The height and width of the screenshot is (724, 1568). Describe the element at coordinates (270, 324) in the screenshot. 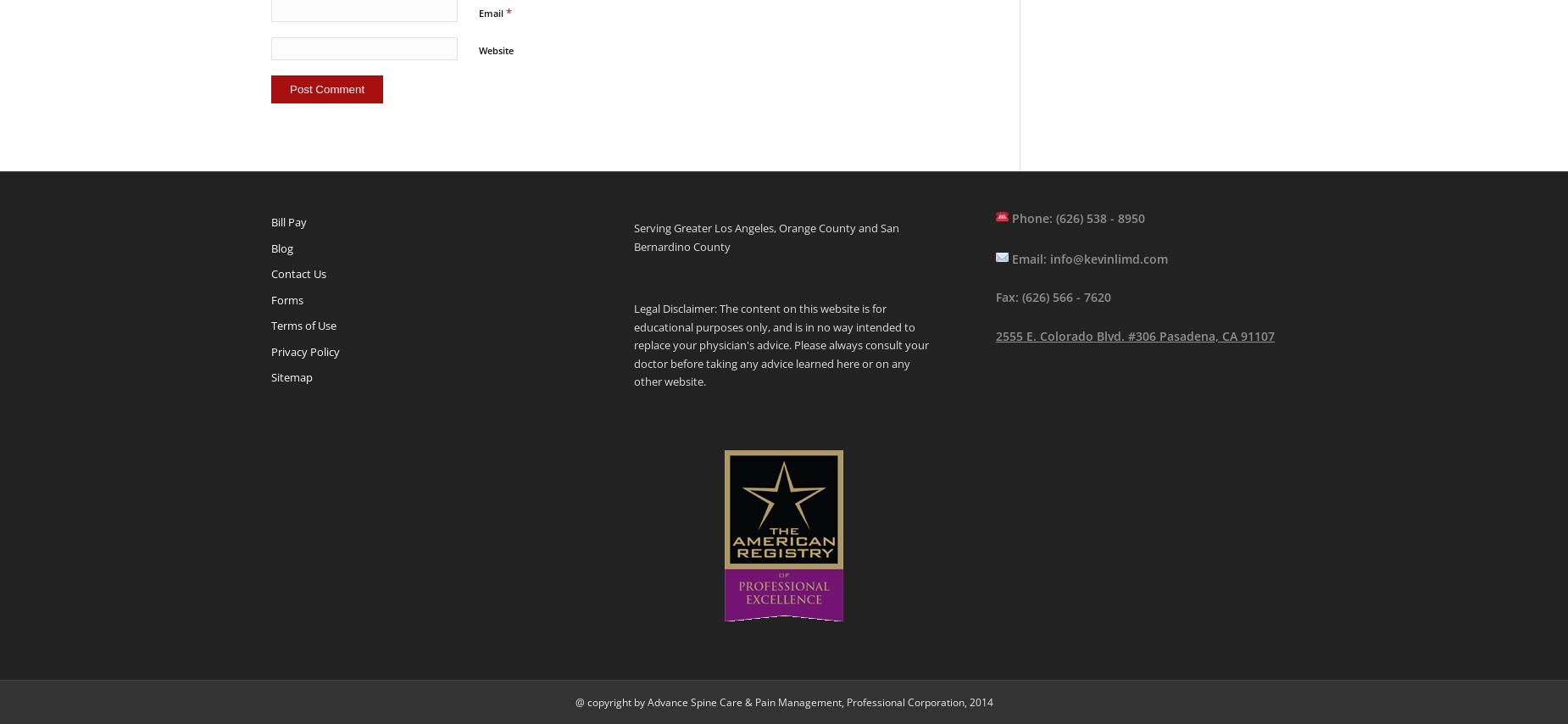

I see `'Terms of Use'` at that location.